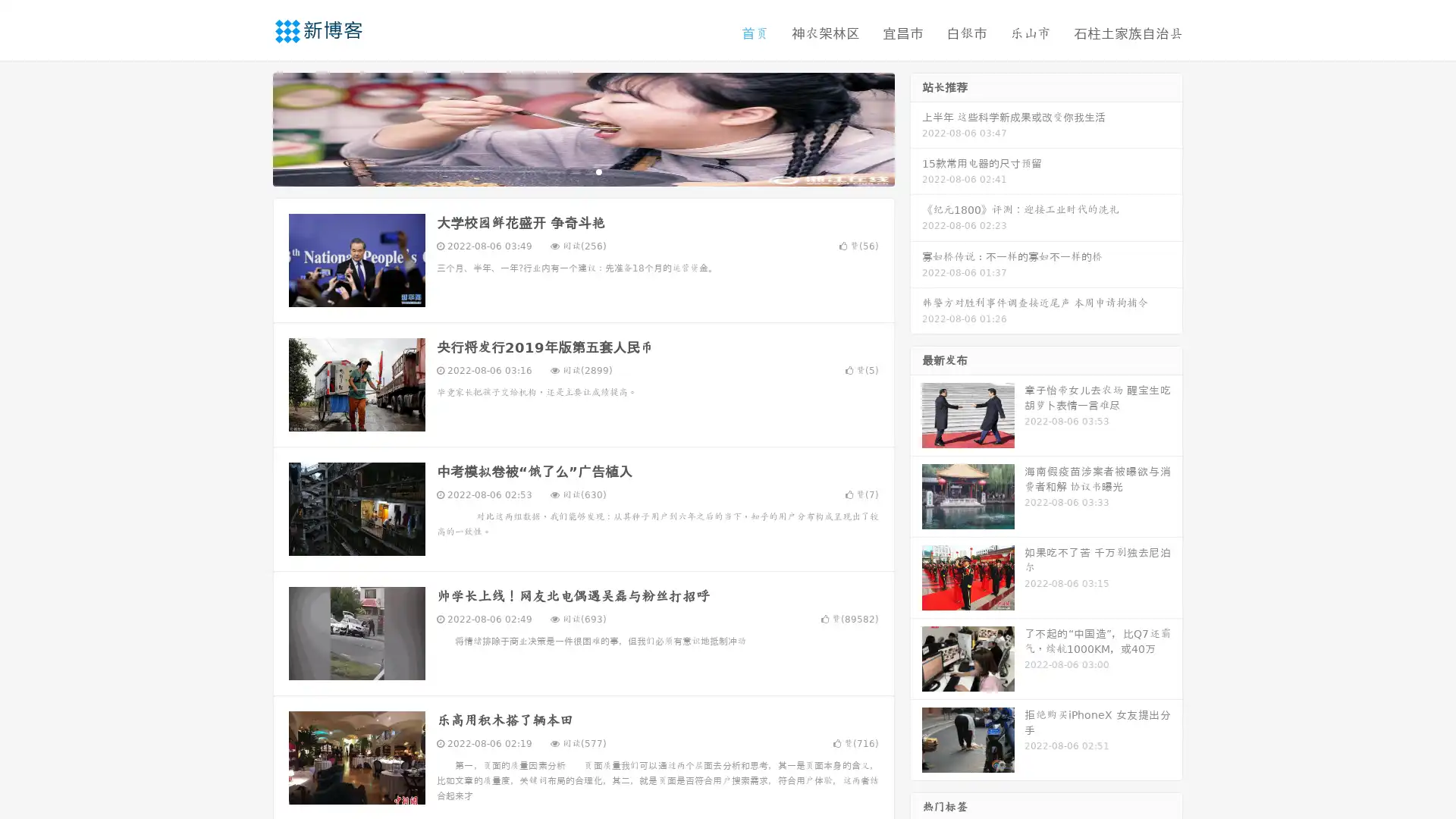 The height and width of the screenshot is (819, 1456). I want to click on Next slide, so click(916, 127).